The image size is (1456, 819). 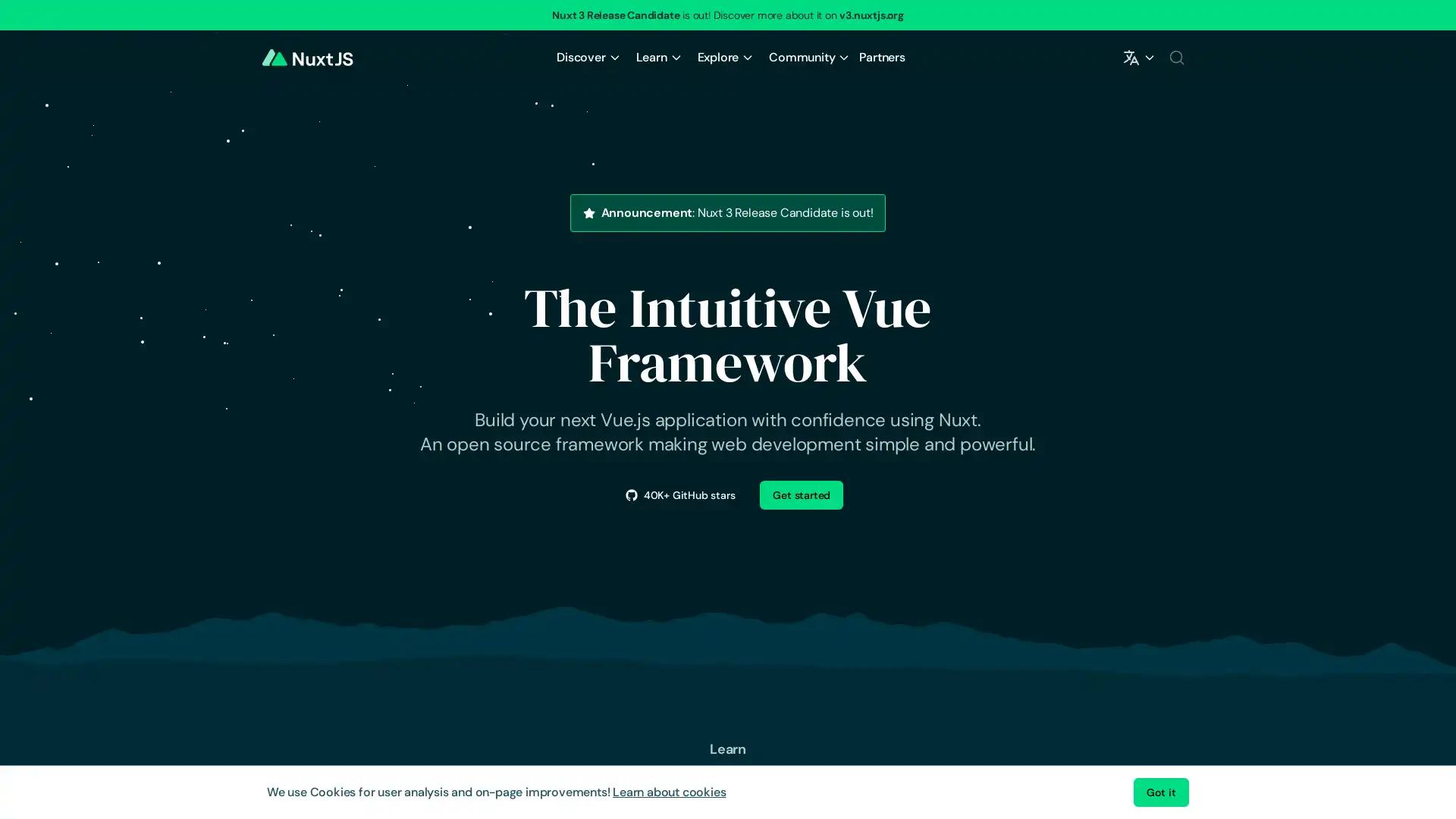 I want to click on Search, so click(x=1175, y=57).